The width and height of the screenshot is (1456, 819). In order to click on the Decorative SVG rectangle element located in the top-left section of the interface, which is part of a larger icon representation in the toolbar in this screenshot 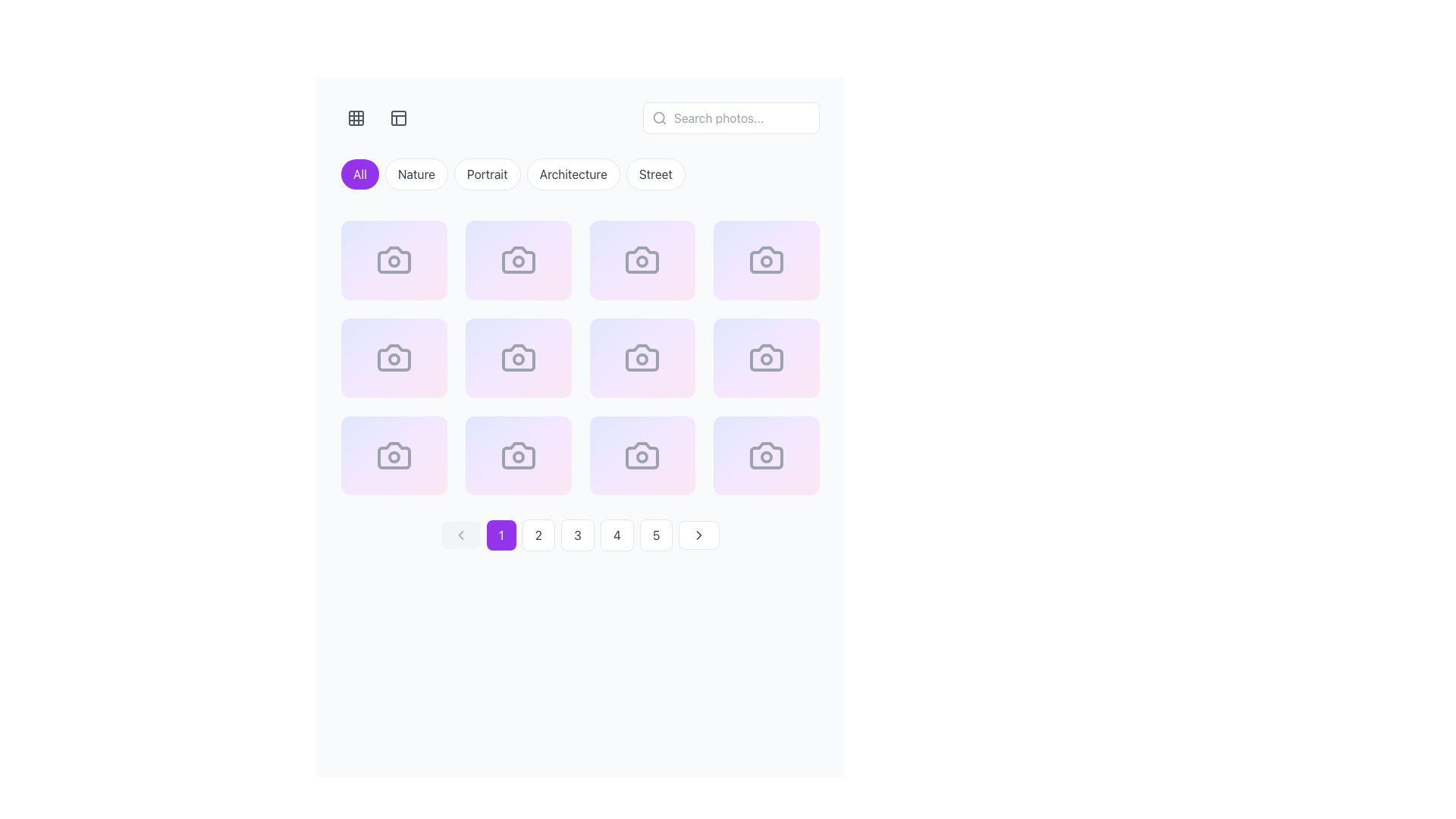, I will do `click(399, 117)`.